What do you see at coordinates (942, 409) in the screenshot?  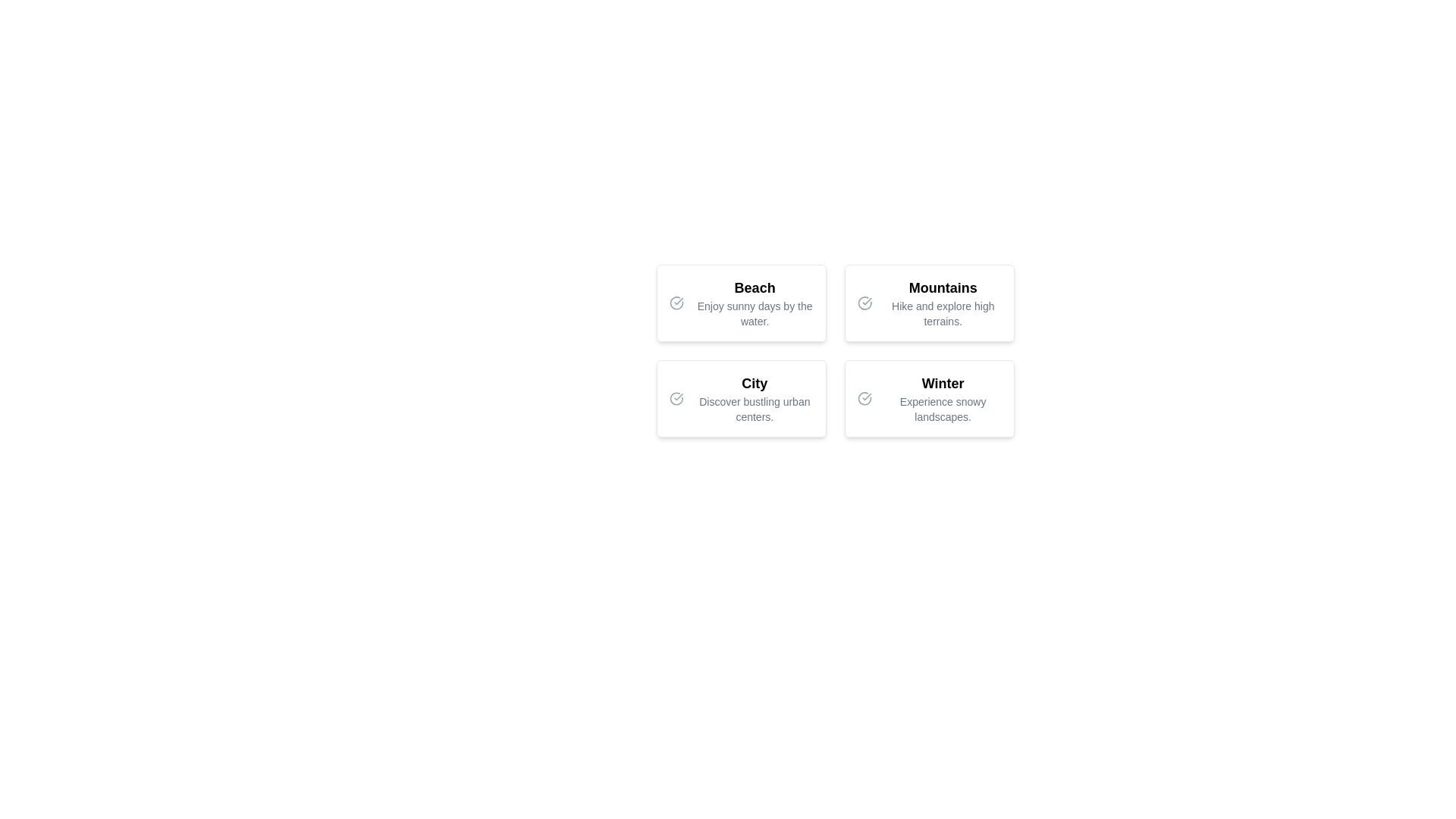 I see `the static text element displaying 'Experience snowy landscapes.' located below the title 'Winter' in the bottom-right quadrant of the layout` at bounding box center [942, 409].